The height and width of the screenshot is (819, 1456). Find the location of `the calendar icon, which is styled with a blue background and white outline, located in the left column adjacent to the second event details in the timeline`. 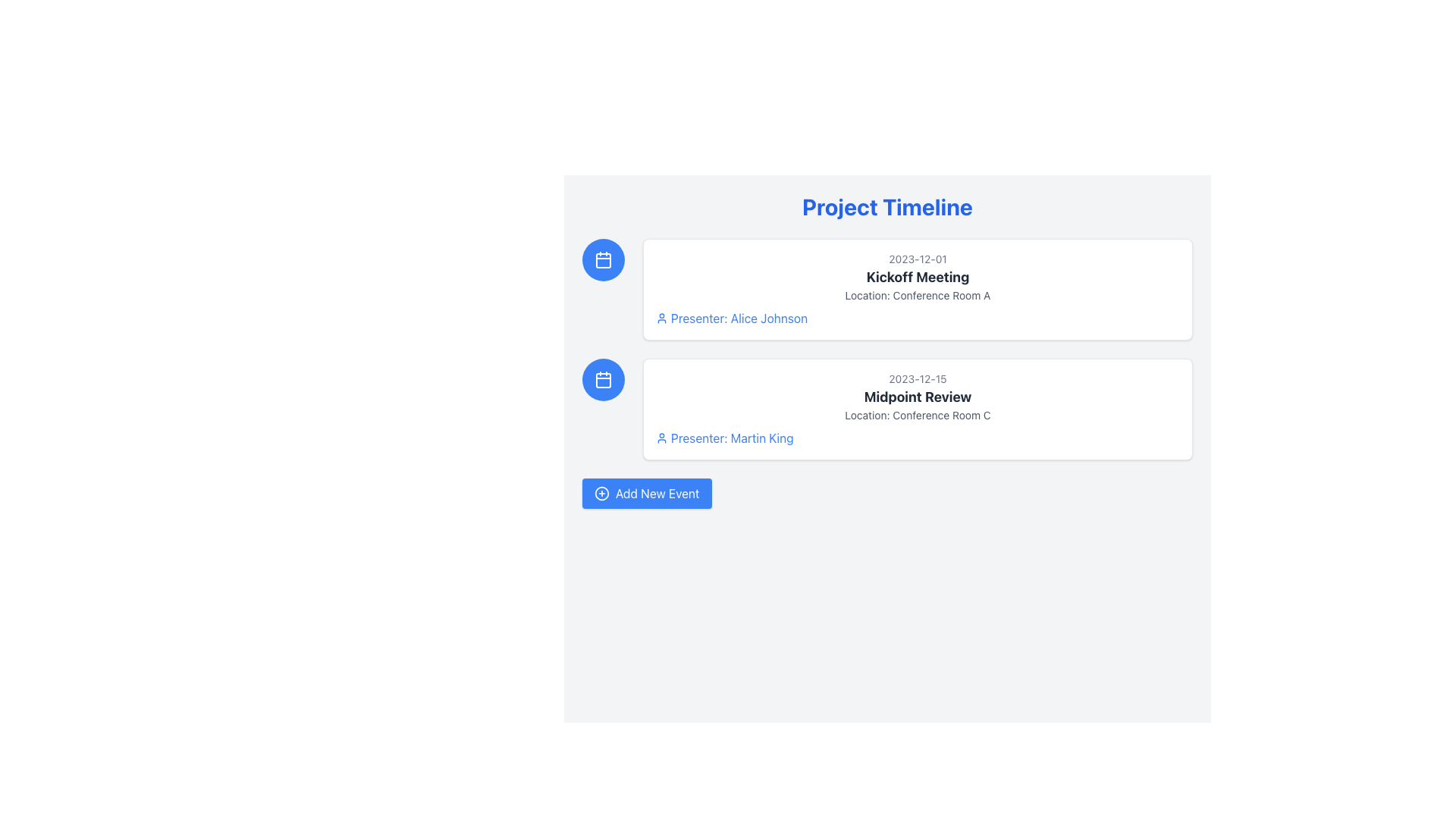

the calendar icon, which is styled with a blue background and white outline, located in the left column adjacent to the second event details in the timeline is located at coordinates (603, 379).